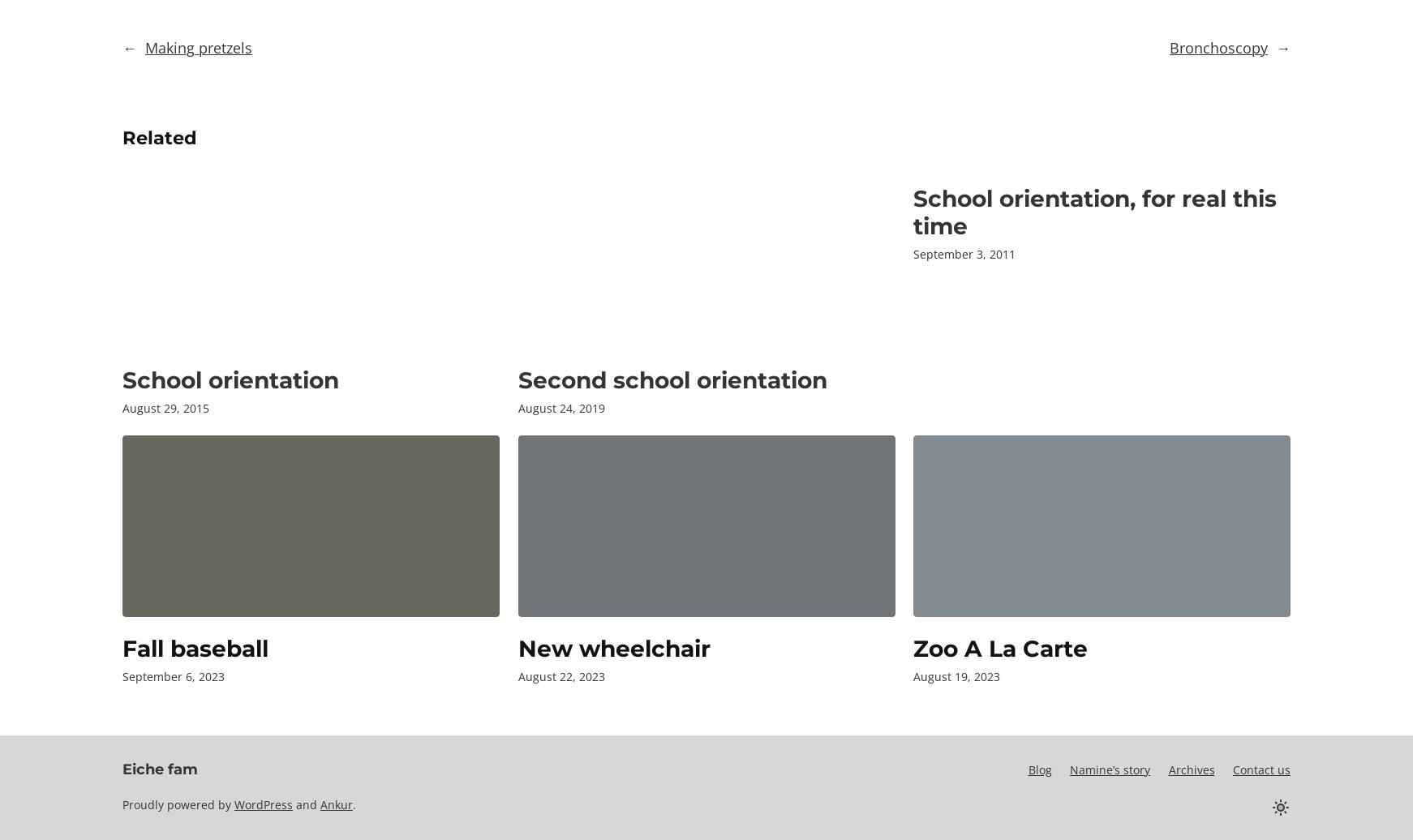 This screenshot has height=840, width=1413. I want to click on 'Zoo A La Carte', so click(999, 647).